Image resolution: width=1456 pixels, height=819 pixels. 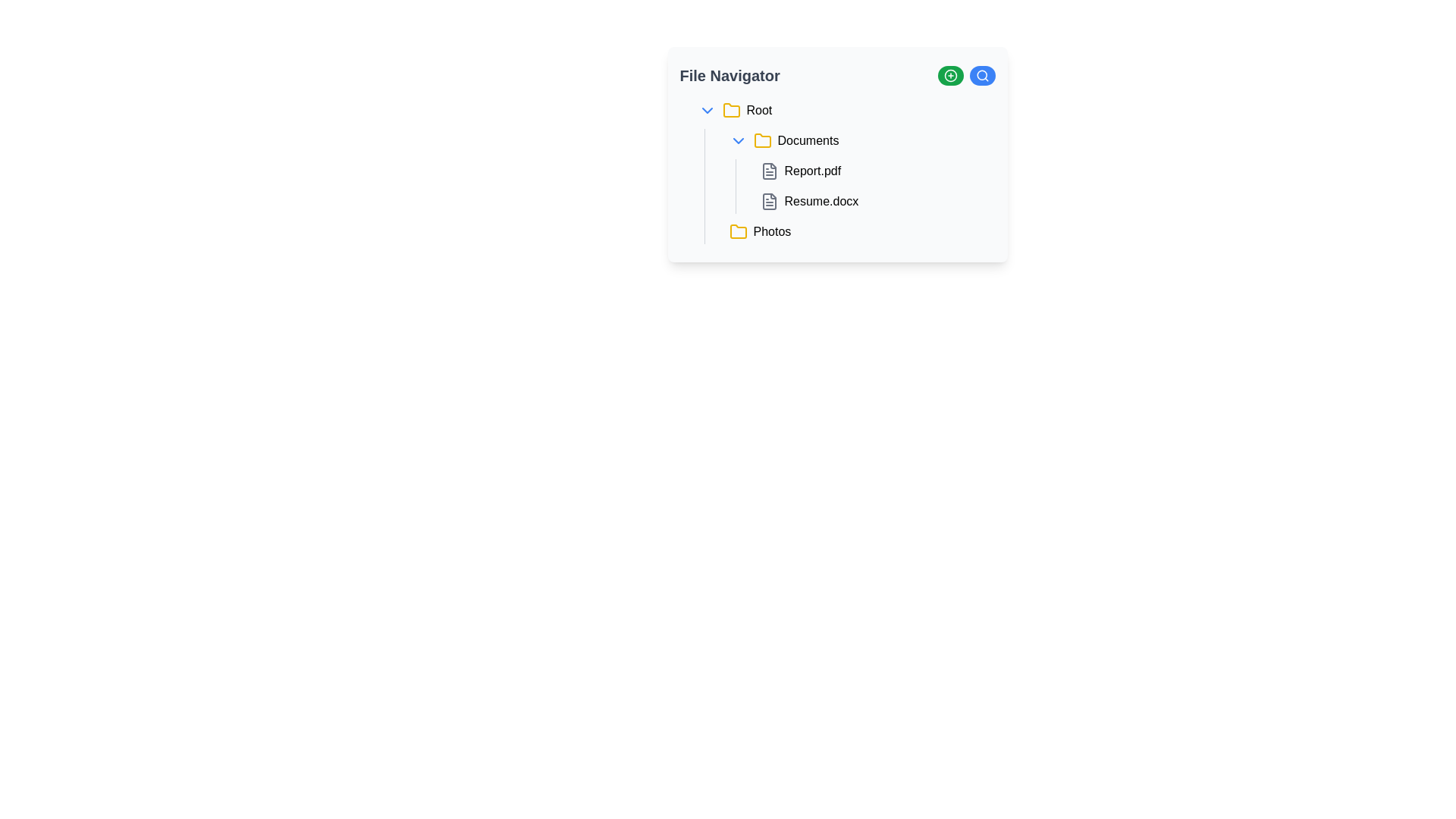 What do you see at coordinates (874, 171) in the screenshot?
I see `the file list item named 'Report.pdf' located under the 'Documents' directory` at bounding box center [874, 171].